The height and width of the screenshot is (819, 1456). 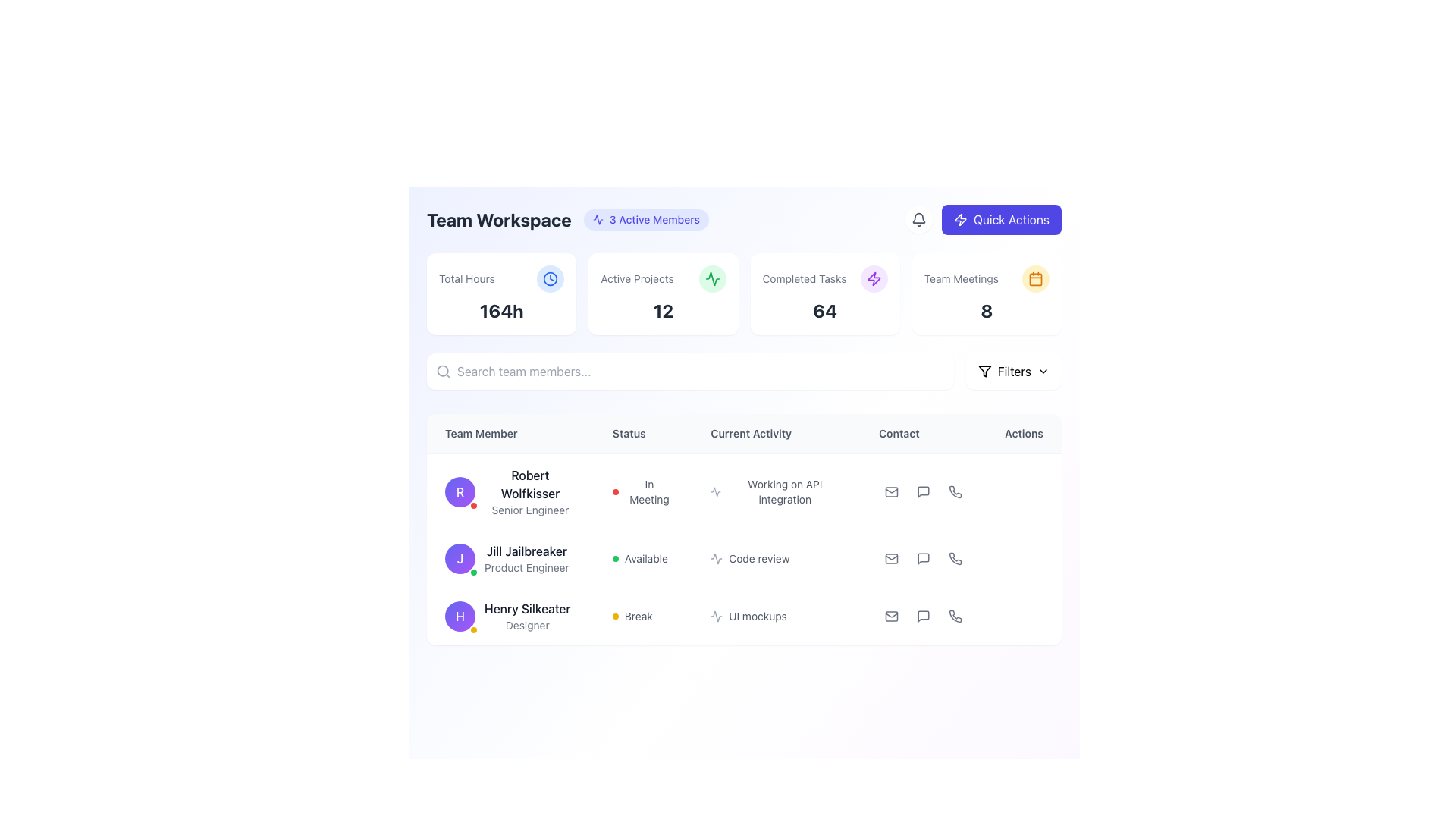 I want to click on the outlined telephone receiver icon in the 'Actions' column of the first row to initiate a phone call, so click(x=954, y=491).